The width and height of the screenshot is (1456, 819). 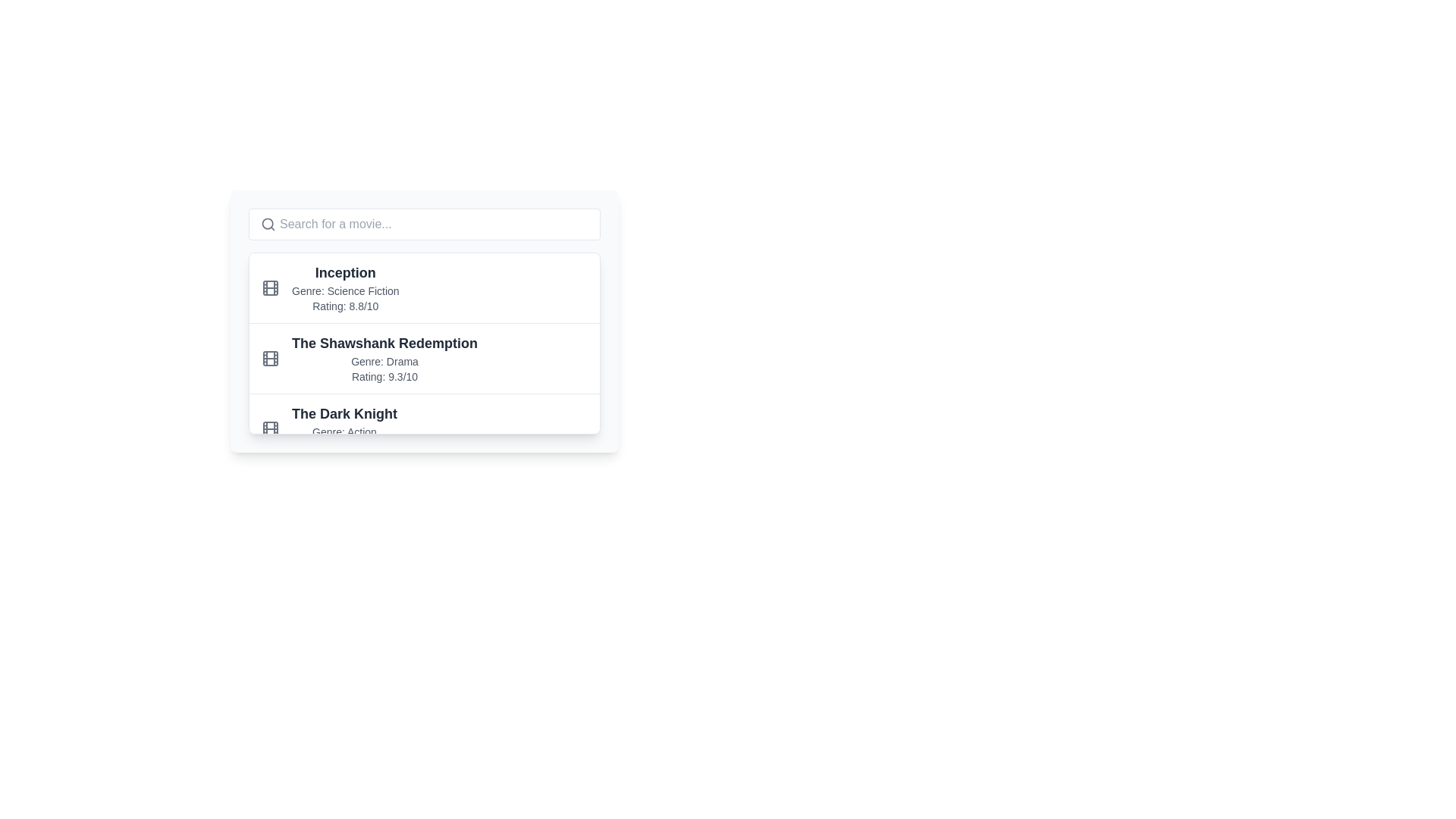 What do you see at coordinates (384, 362) in the screenshot?
I see `the text label displaying 'Genre: Drama', which is styled in a small gray font and located between the title 'The Shawshank Redemption' and the rating information` at bounding box center [384, 362].